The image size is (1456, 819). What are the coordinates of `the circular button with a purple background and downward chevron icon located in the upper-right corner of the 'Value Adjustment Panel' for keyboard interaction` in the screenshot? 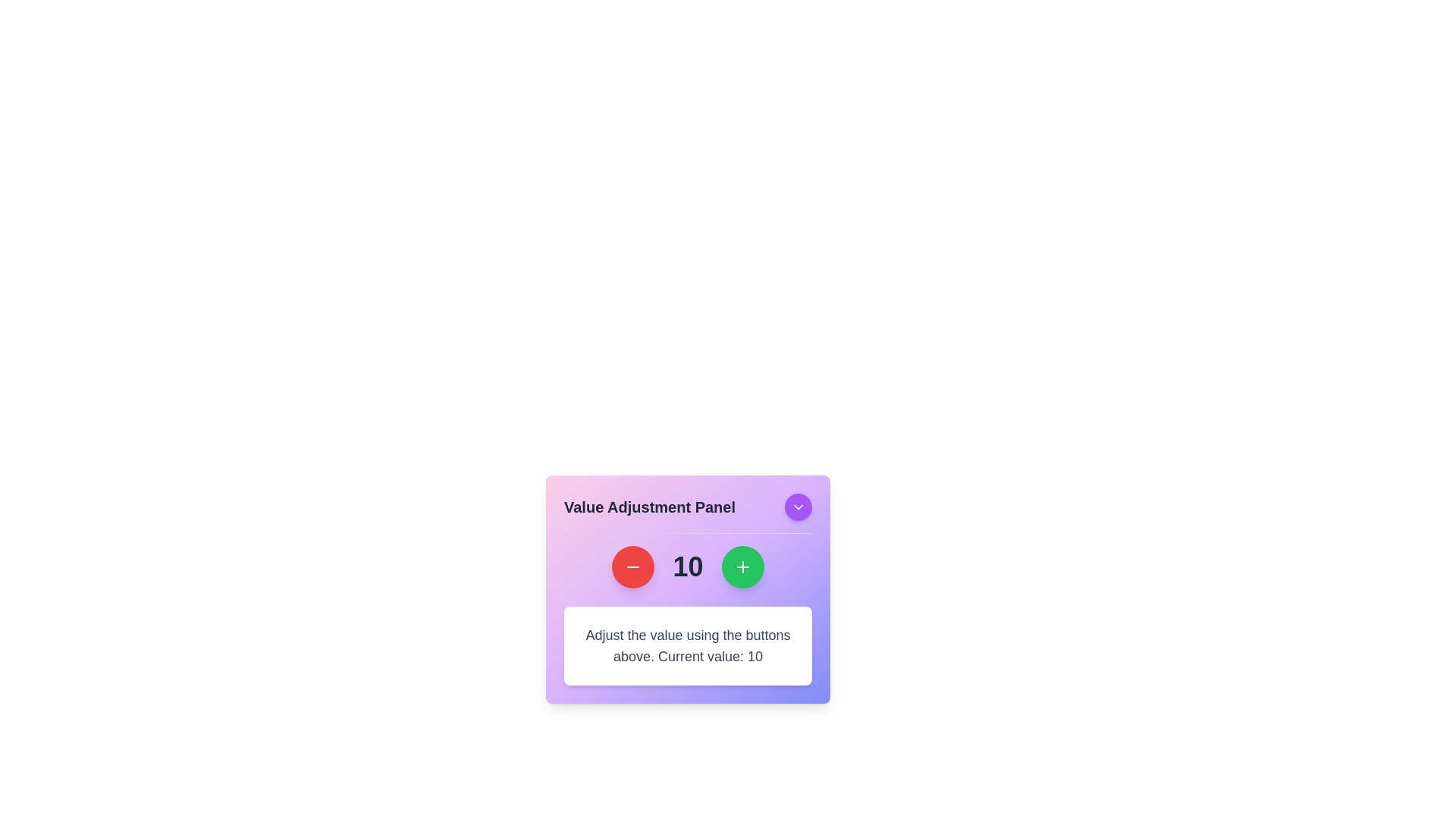 It's located at (797, 507).